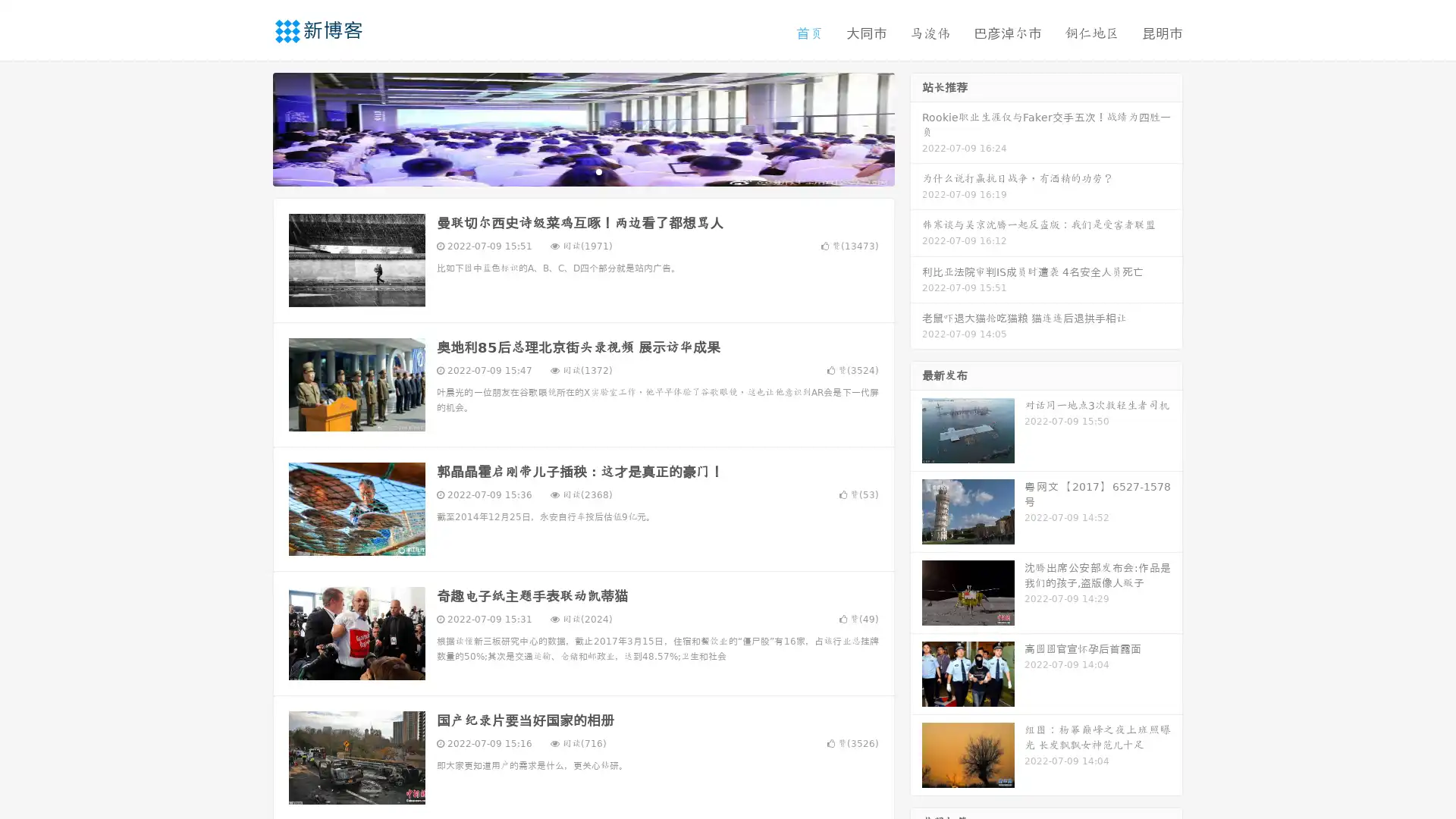 This screenshot has height=819, width=1456. Describe the element at coordinates (598, 171) in the screenshot. I see `Go to slide 3` at that location.